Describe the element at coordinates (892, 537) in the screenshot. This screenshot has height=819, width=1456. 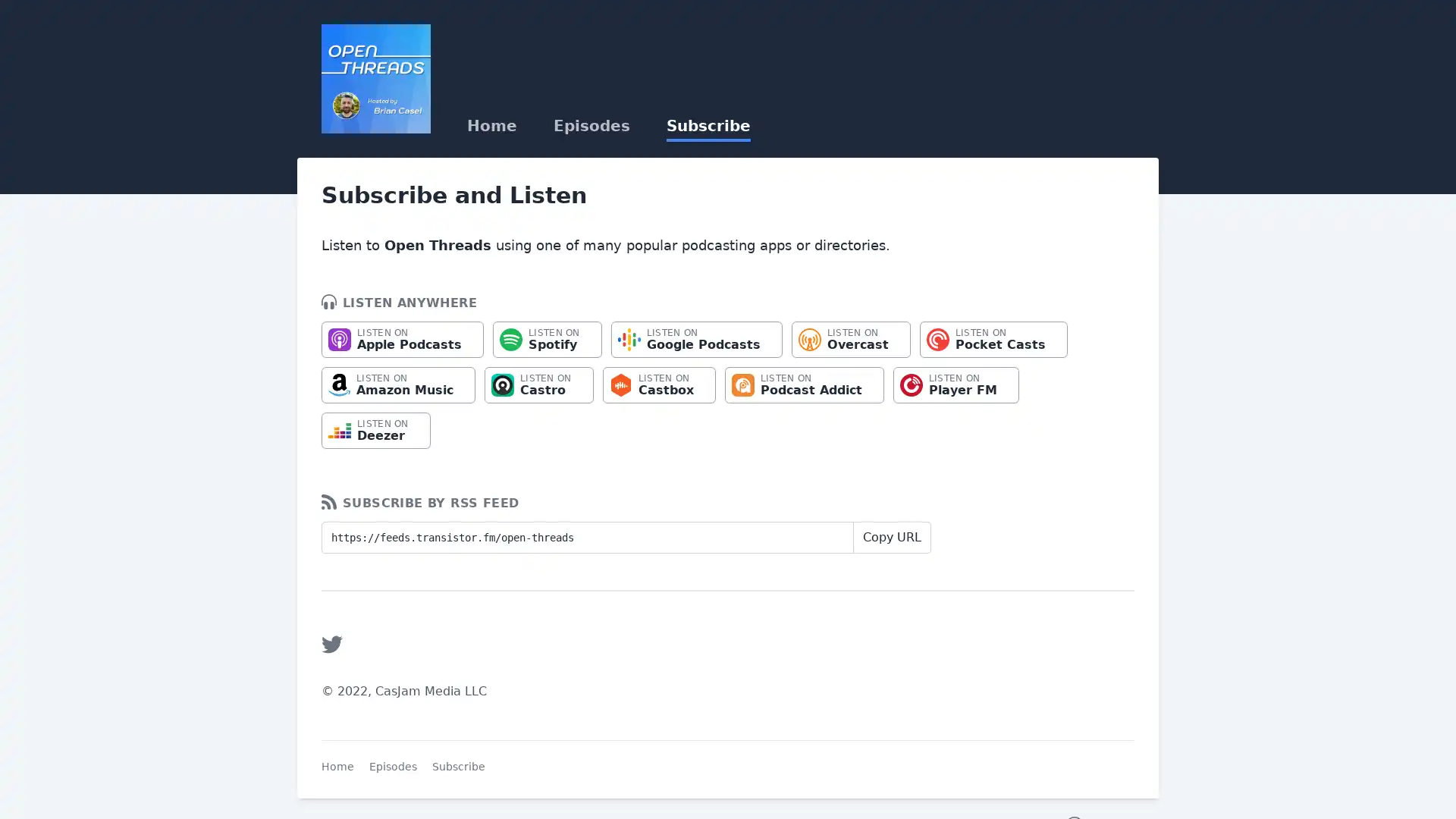
I see `Copy URL` at that location.